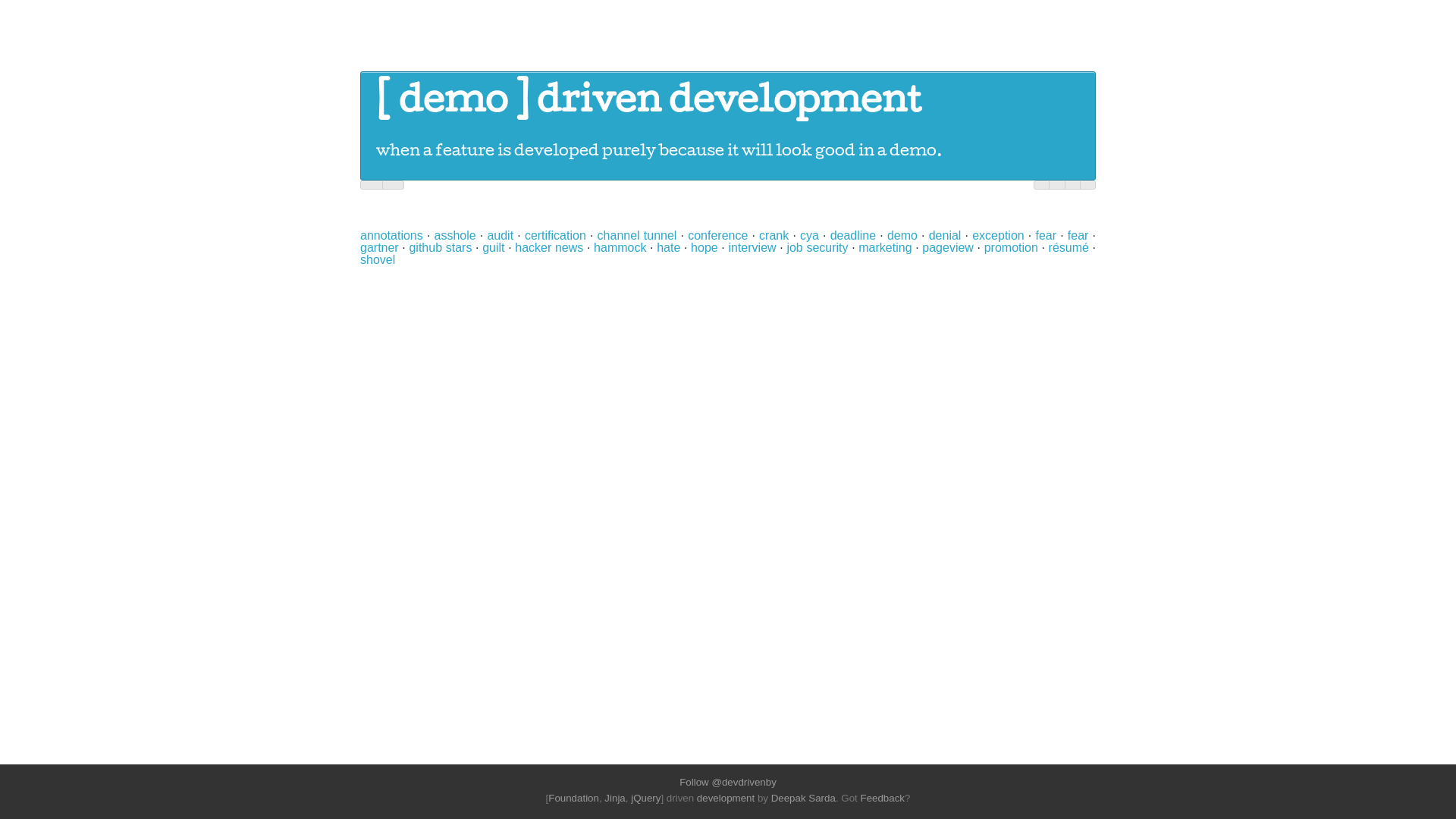 The image size is (1456, 819). What do you see at coordinates (1044, 235) in the screenshot?
I see `'fear'` at bounding box center [1044, 235].